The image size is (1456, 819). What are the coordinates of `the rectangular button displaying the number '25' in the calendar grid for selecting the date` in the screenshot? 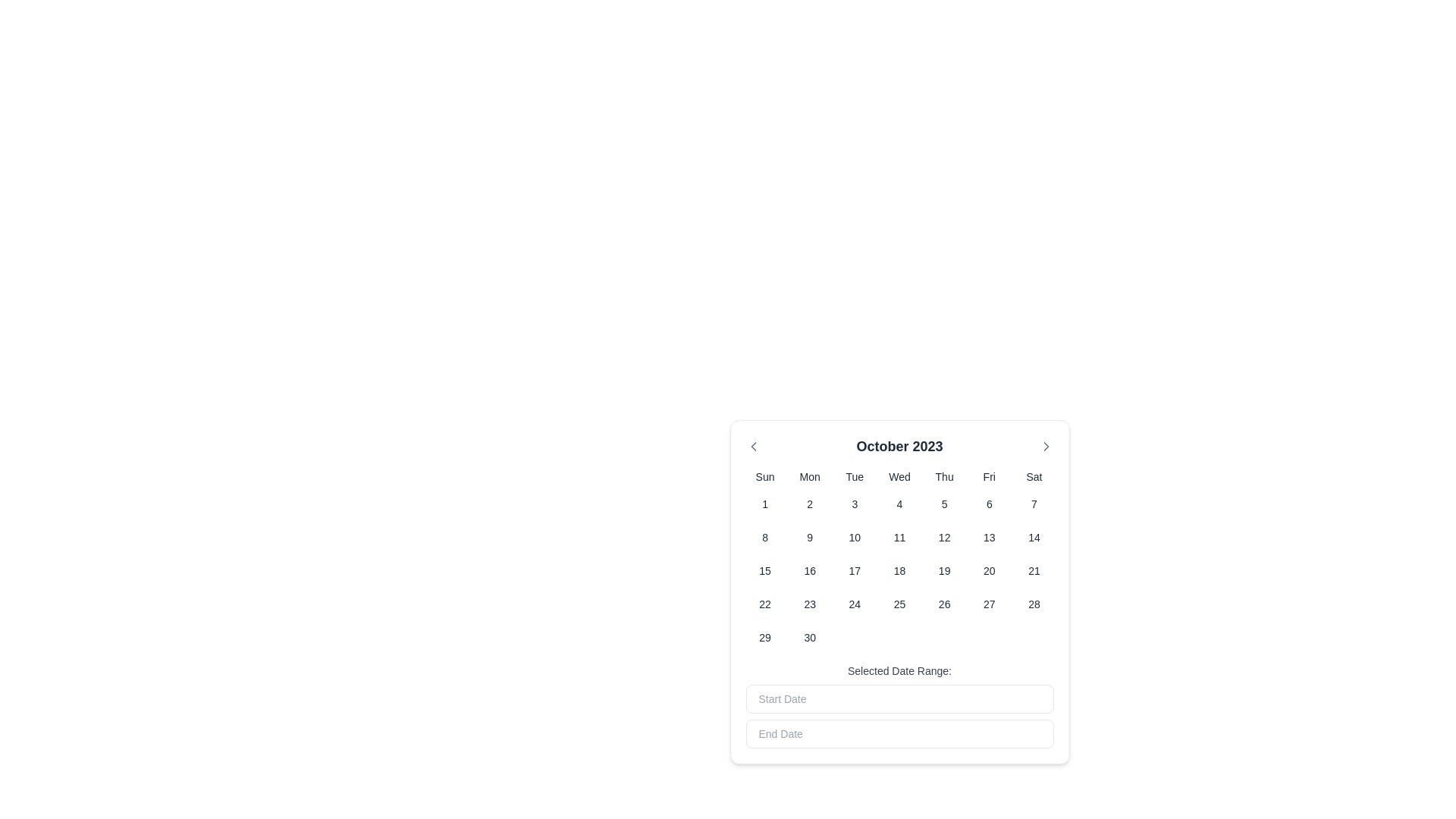 It's located at (899, 604).